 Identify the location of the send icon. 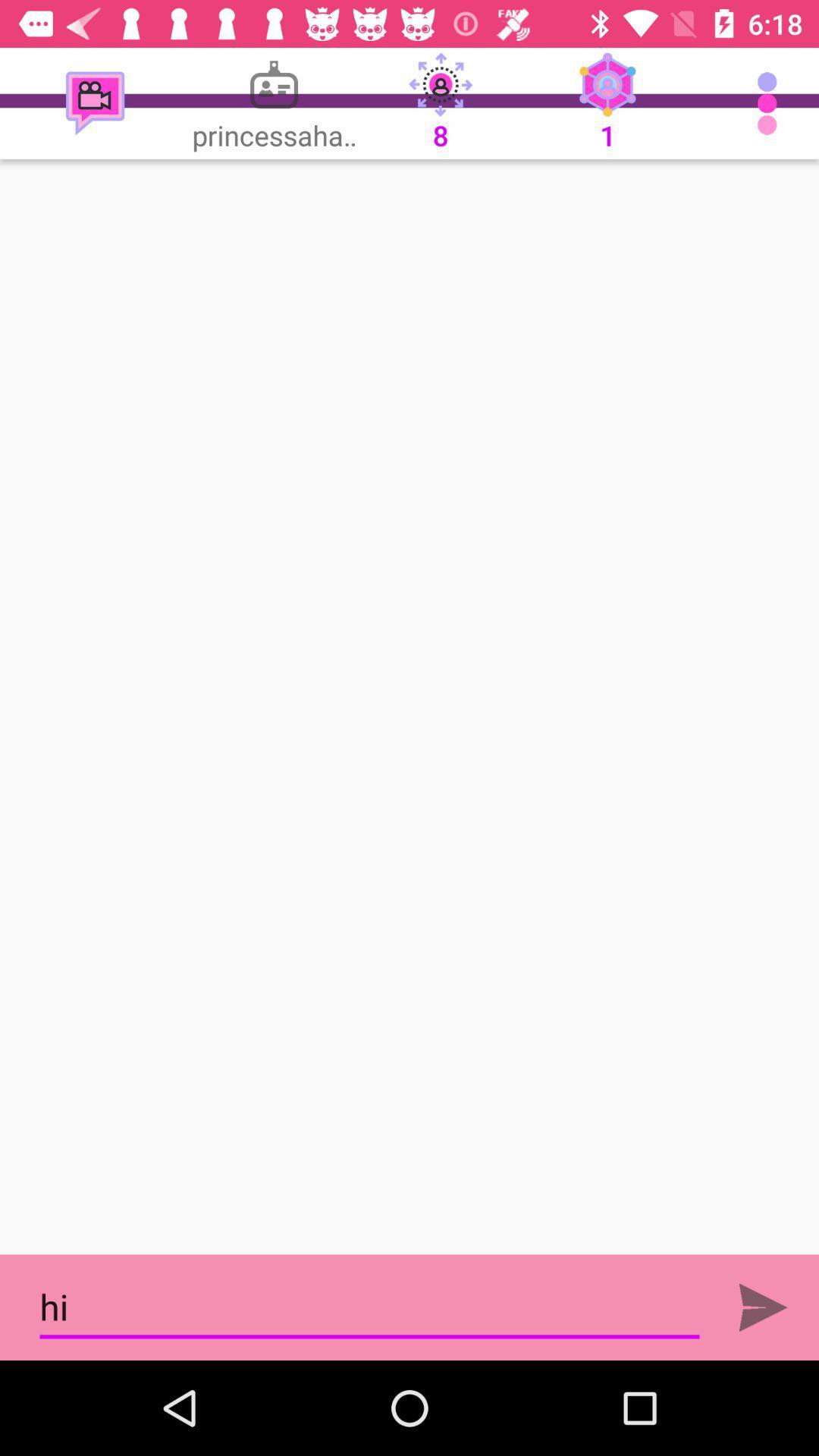
(763, 1307).